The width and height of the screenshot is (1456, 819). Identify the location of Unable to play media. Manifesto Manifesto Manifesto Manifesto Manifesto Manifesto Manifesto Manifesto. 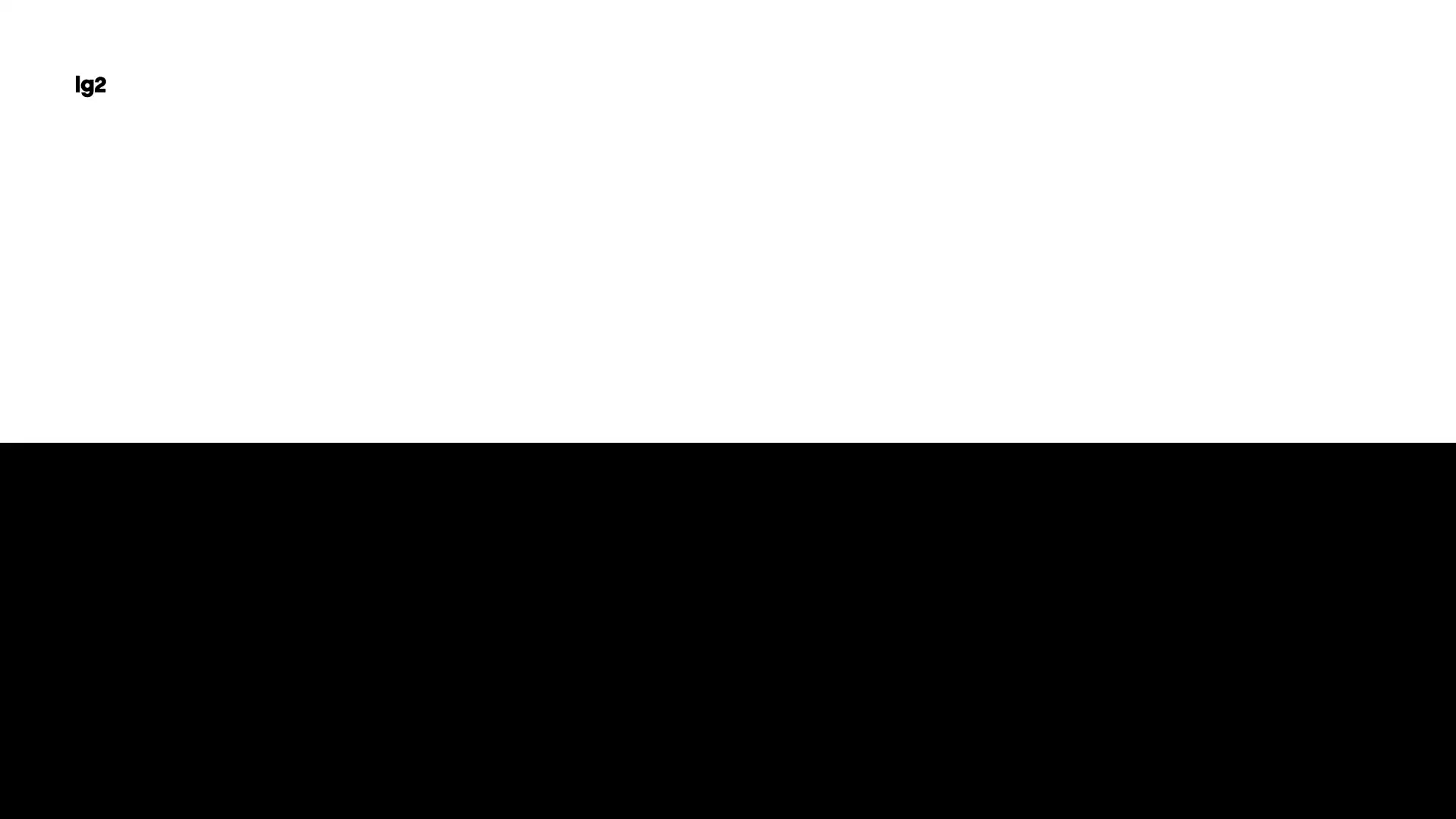
(144, 713).